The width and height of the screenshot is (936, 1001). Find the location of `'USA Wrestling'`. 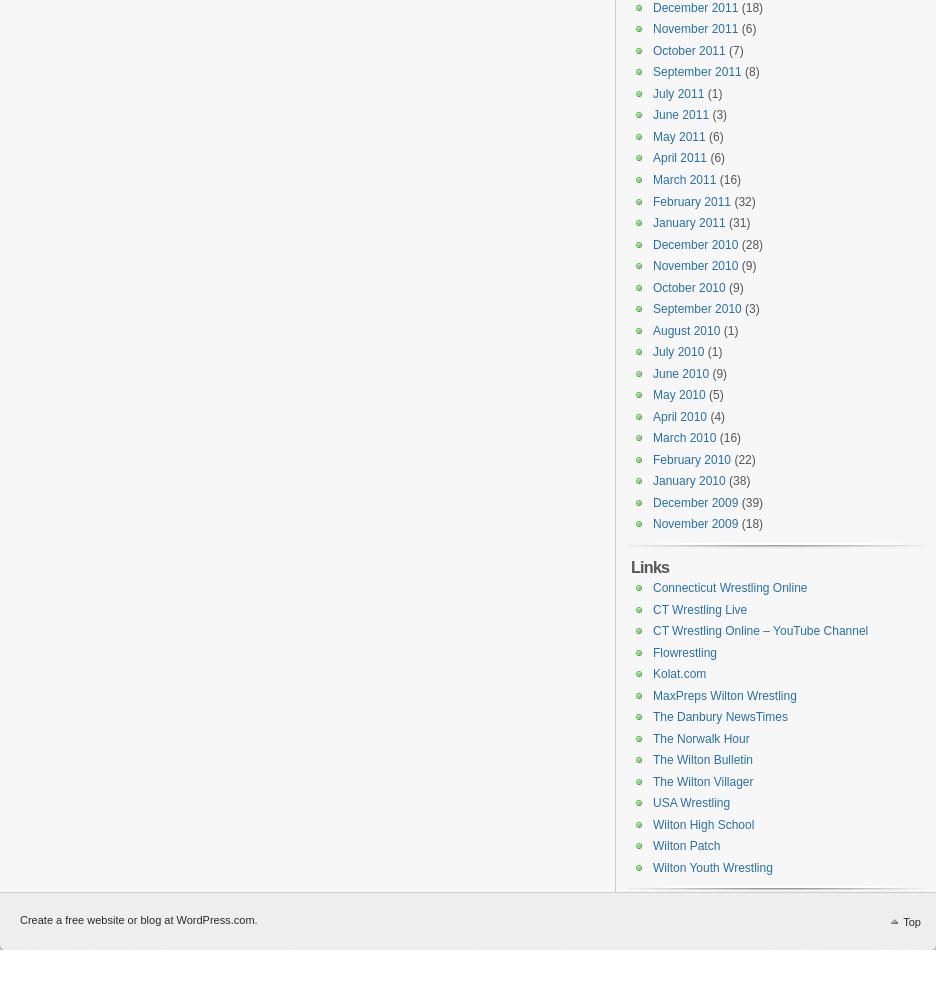

'USA Wrestling' is located at coordinates (691, 802).